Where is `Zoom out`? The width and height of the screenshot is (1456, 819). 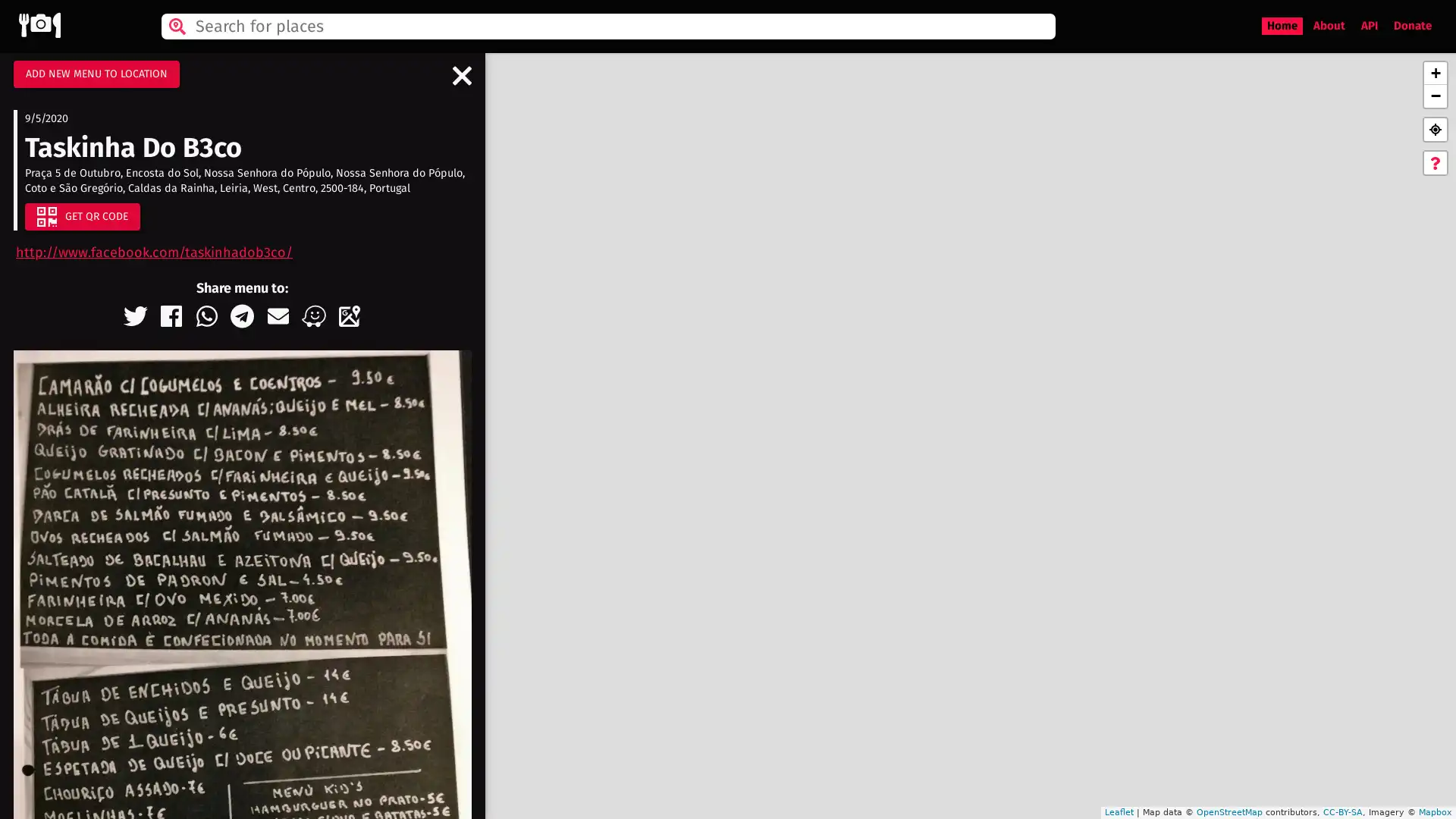
Zoom out is located at coordinates (1434, 96).